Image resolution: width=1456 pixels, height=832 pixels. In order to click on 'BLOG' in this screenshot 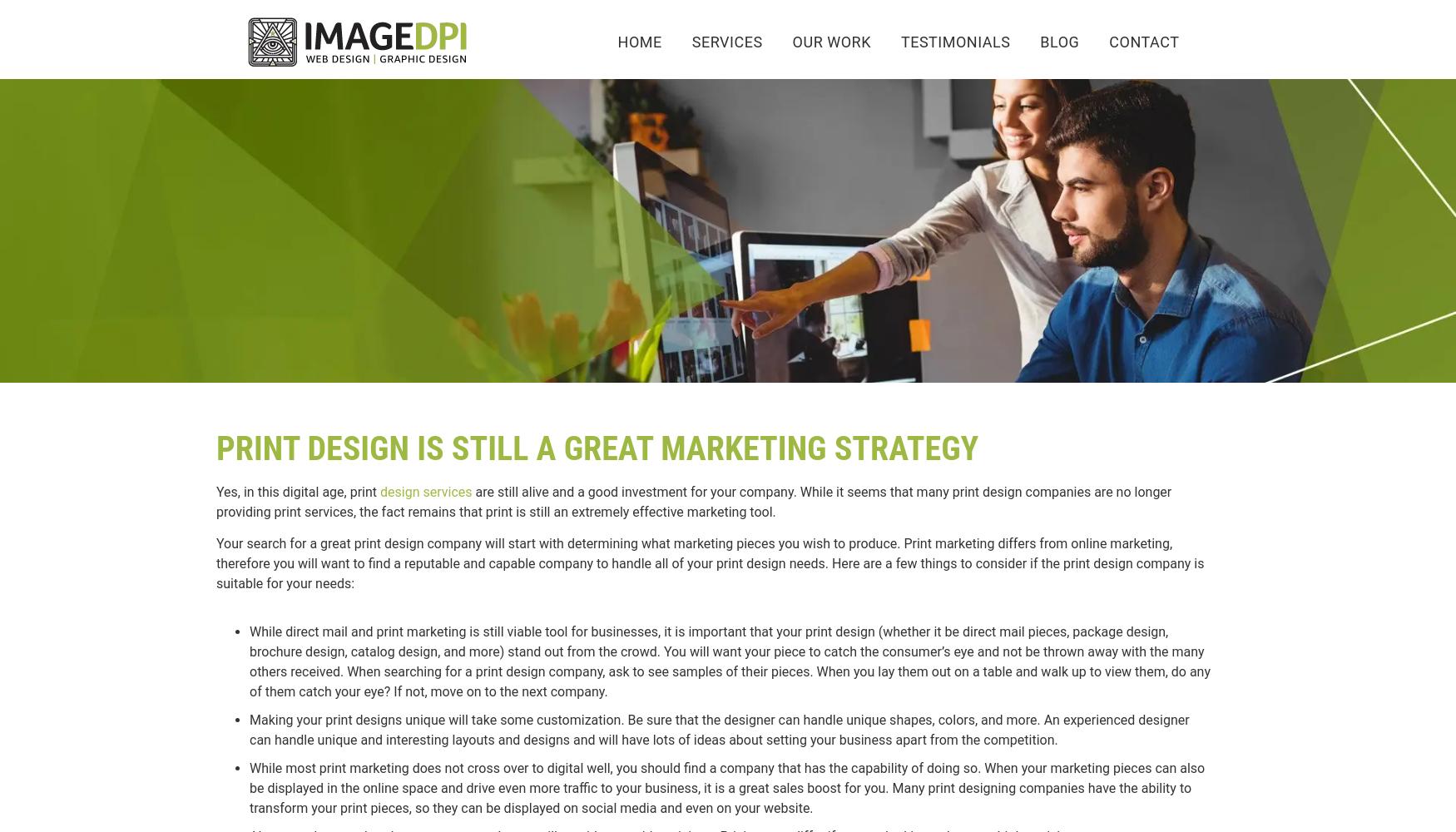, I will do `click(1058, 41)`.